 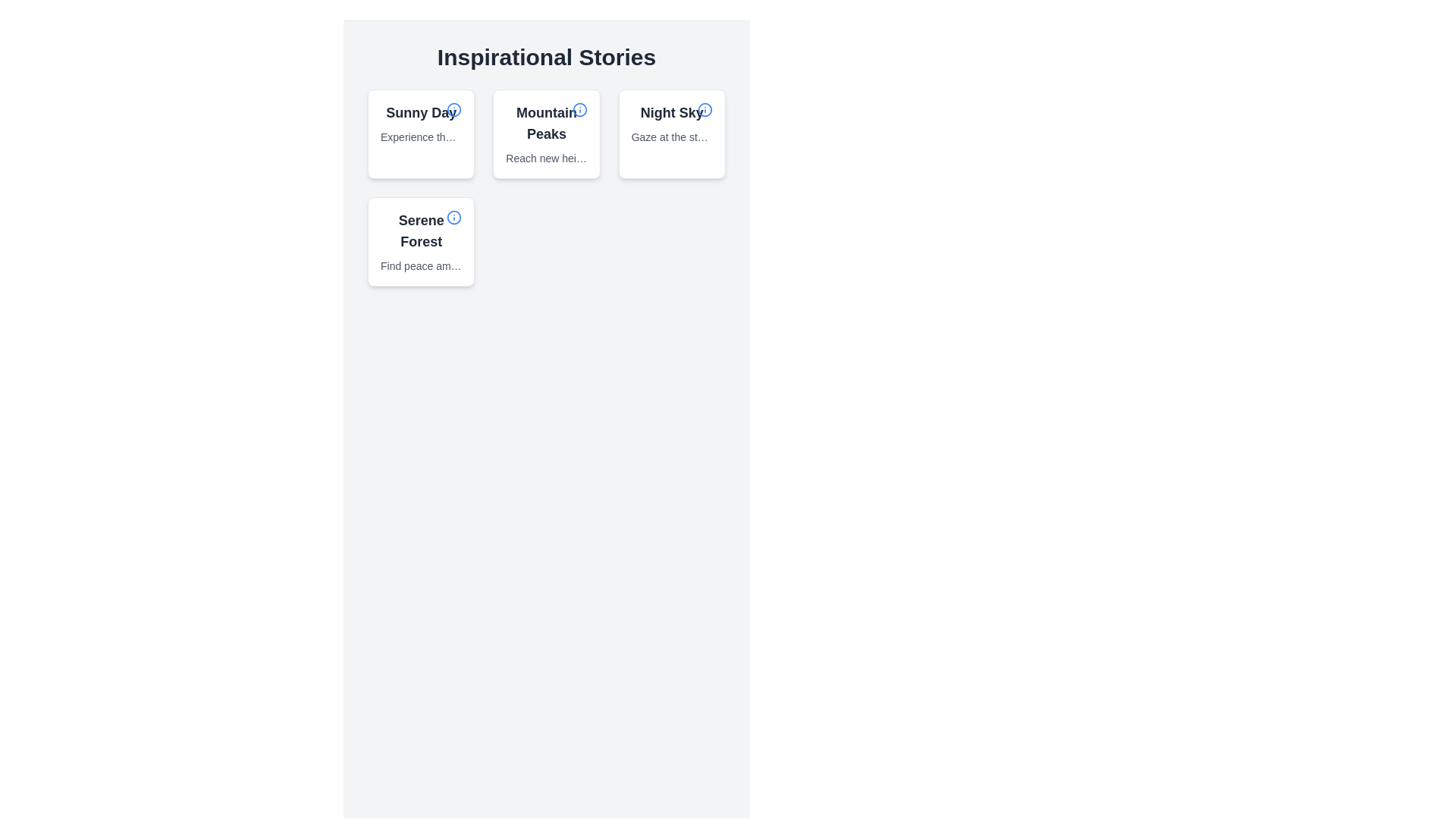 I want to click on the SVG Circle that serves as a visual cue in the information icon located in the top-right corner of the 'Sunny Day' card, so click(x=453, y=109).